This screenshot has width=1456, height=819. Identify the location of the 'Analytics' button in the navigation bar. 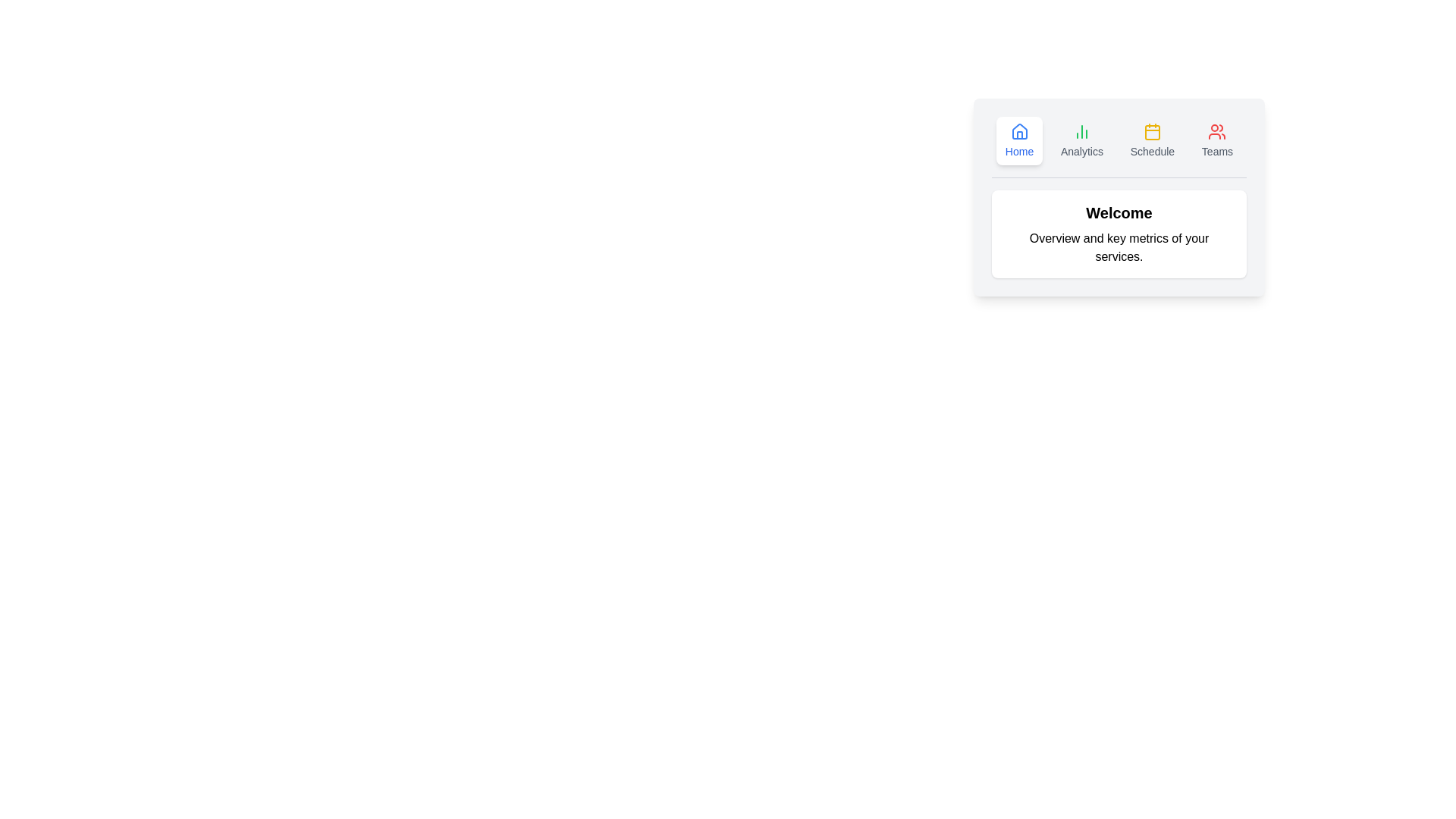
(1081, 140).